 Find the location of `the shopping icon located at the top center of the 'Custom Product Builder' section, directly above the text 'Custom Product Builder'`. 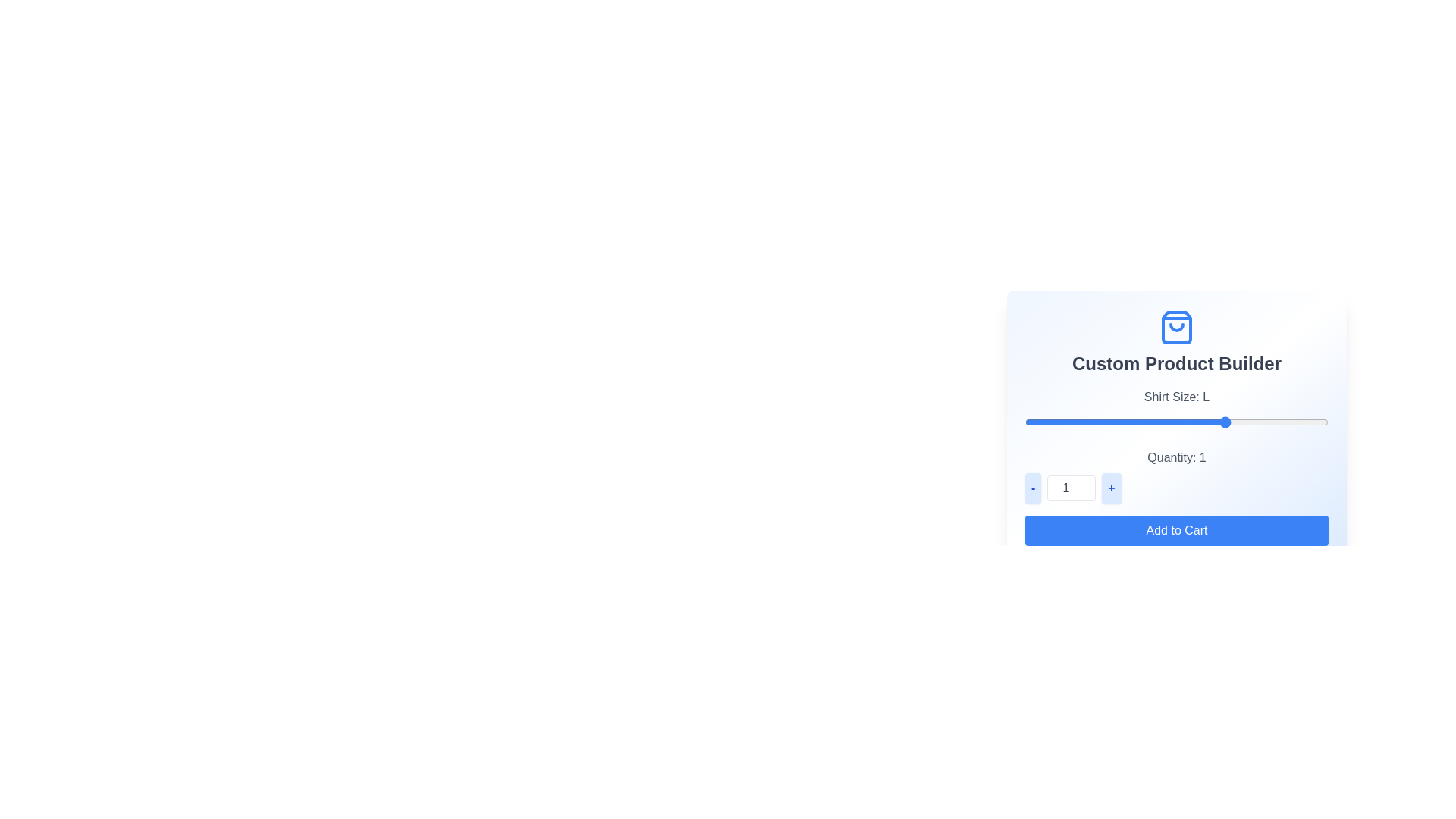

the shopping icon located at the top center of the 'Custom Product Builder' section, directly above the text 'Custom Product Builder' is located at coordinates (1175, 327).